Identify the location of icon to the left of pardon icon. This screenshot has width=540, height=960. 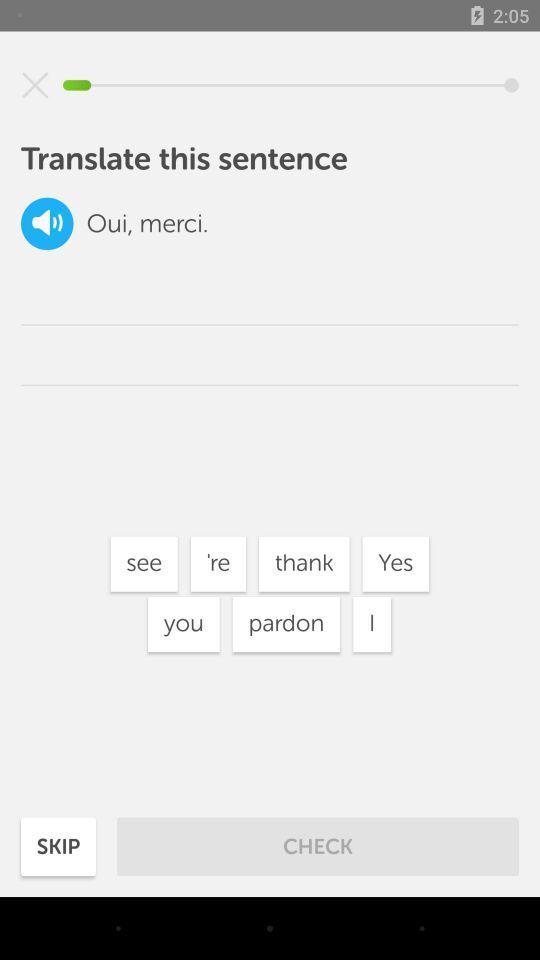
(183, 623).